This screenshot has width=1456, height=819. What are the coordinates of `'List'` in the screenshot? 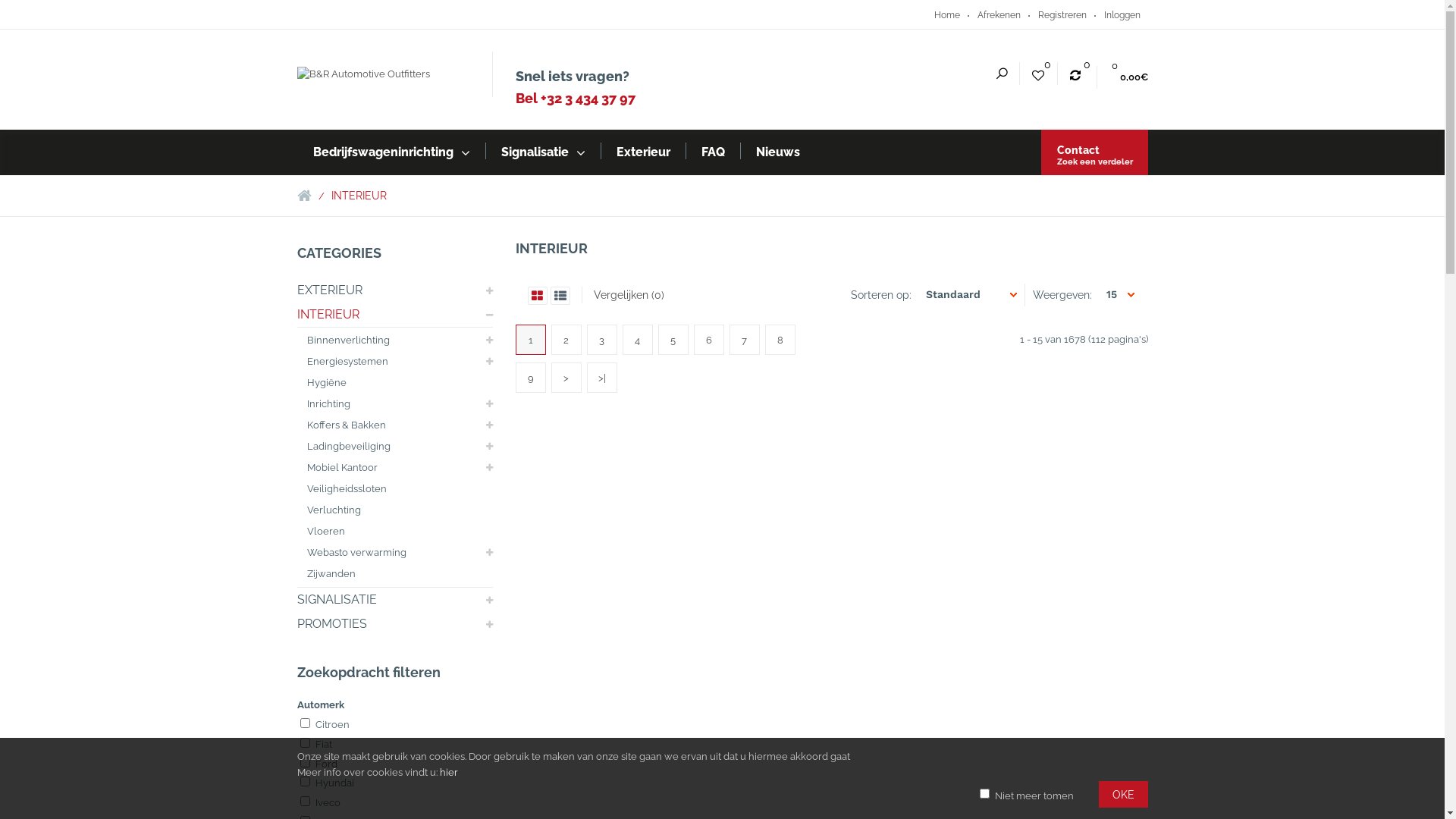 It's located at (560, 295).